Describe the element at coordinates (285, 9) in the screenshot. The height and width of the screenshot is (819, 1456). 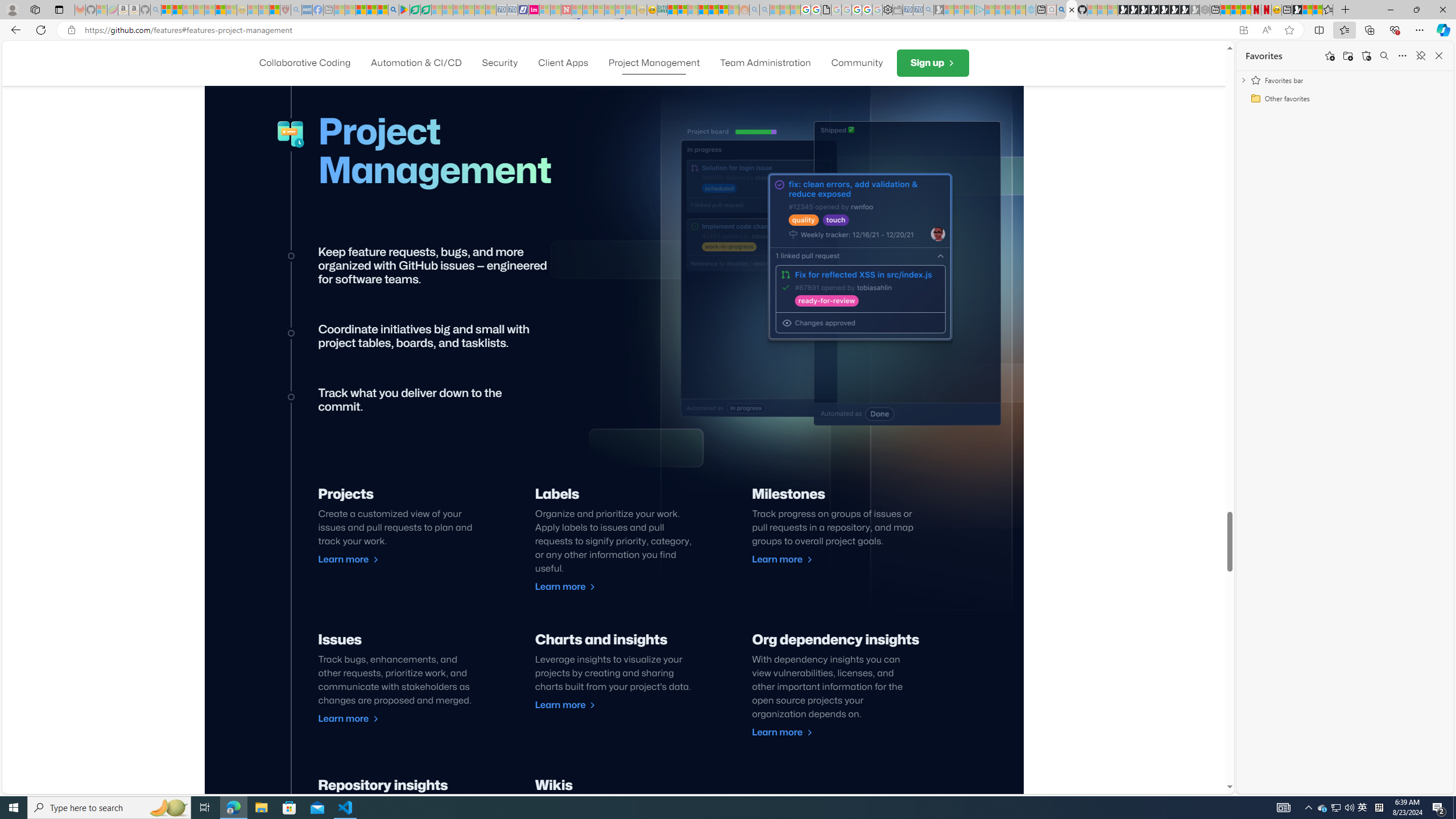
I see `'Robert H. Shmerling, MD - Harvard Health - Sleeping'` at that location.